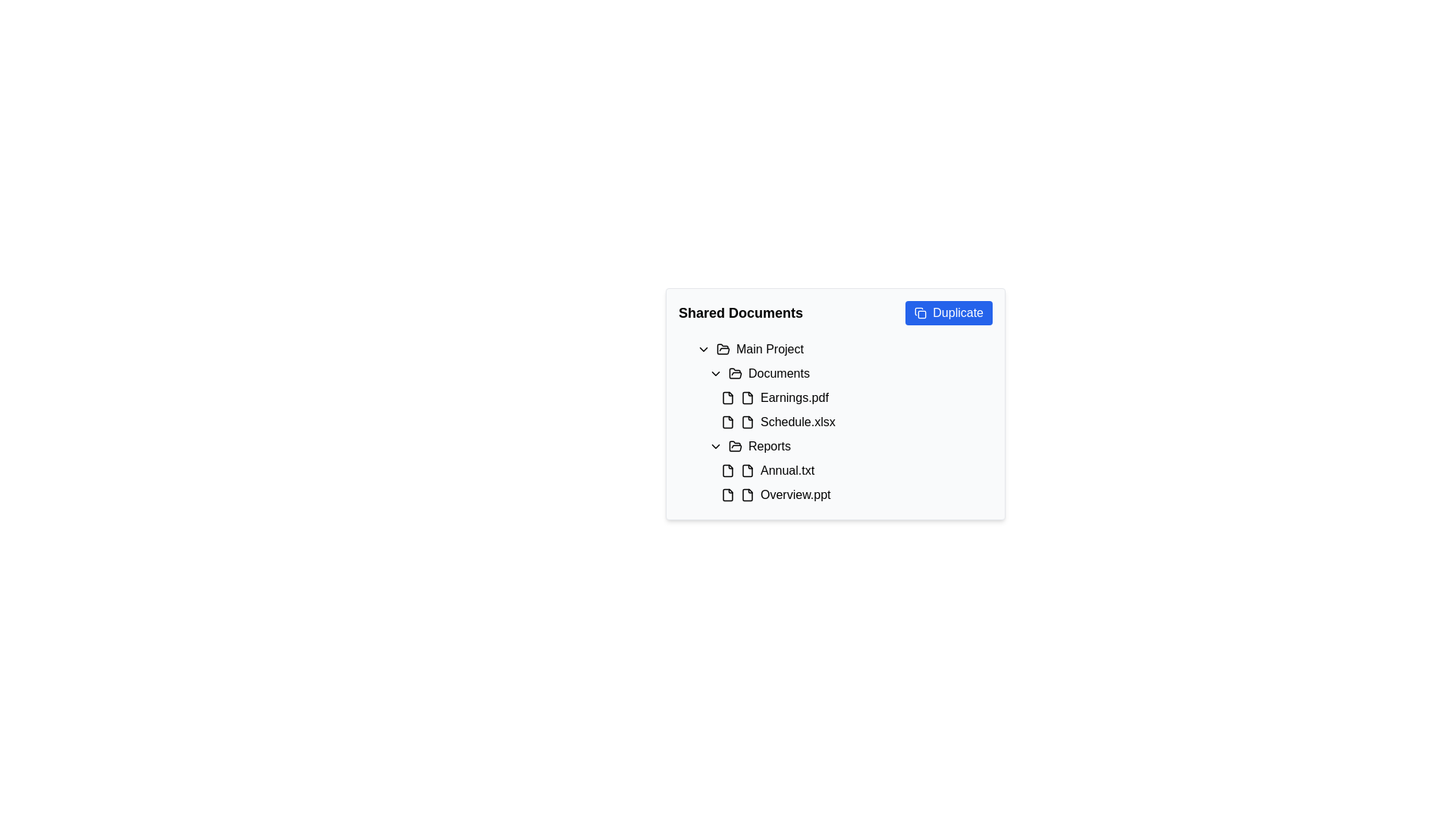  What do you see at coordinates (728, 494) in the screenshot?
I see `the first document icon to the left of 'Overview.ppt' in the bottom section of the 'Reports' list in the 'Shared Documents' interface` at bounding box center [728, 494].